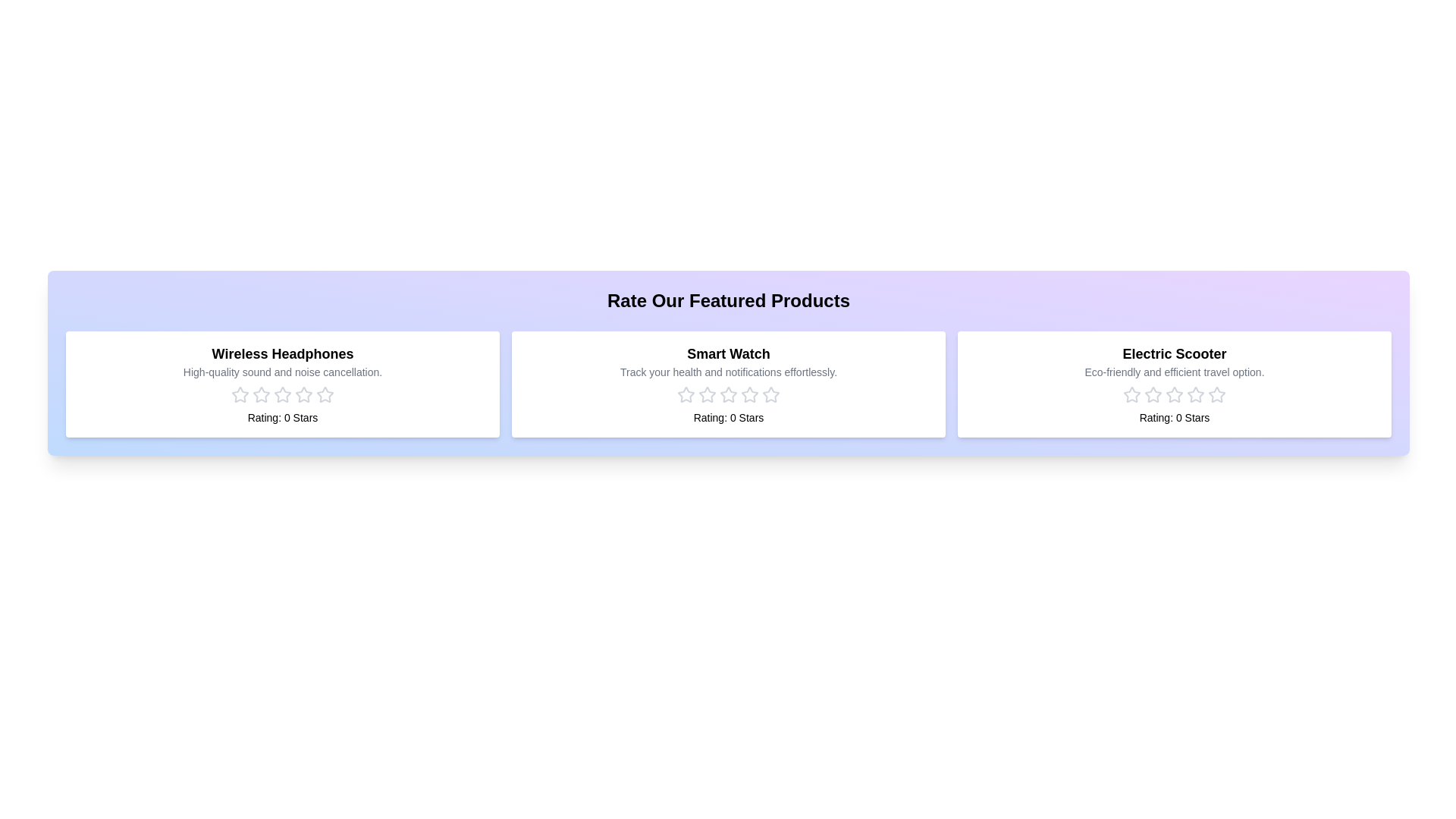 The height and width of the screenshot is (819, 1456). What do you see at coordinates (1216, 394) in the screenshot?
I see `the rating for the product 'Electric Scooter' to 5 stars by clicking on the corresponding star` at bounding box center [1216, 394].